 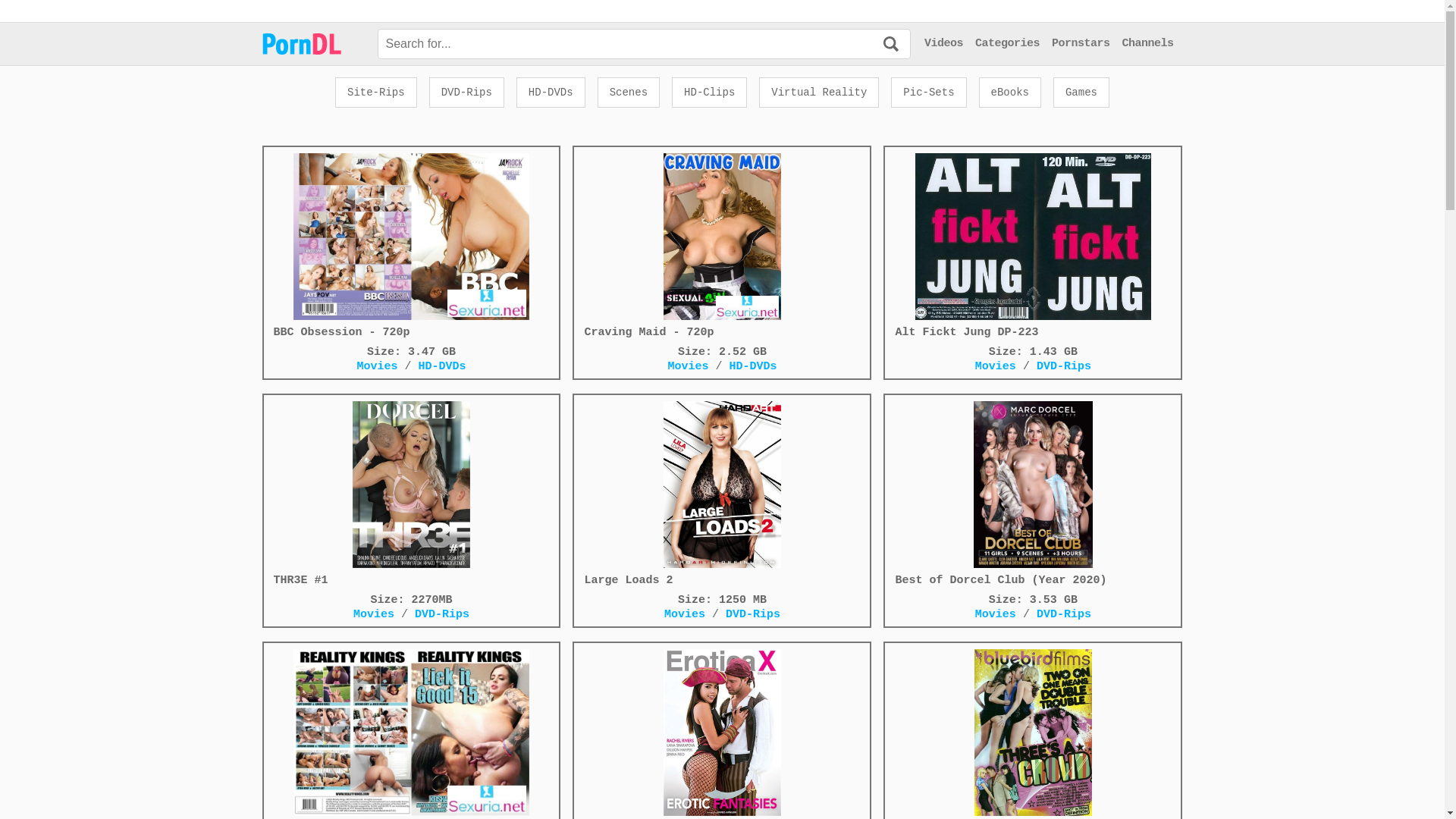 I want to click on 'Search', so click(x=891, y=44).